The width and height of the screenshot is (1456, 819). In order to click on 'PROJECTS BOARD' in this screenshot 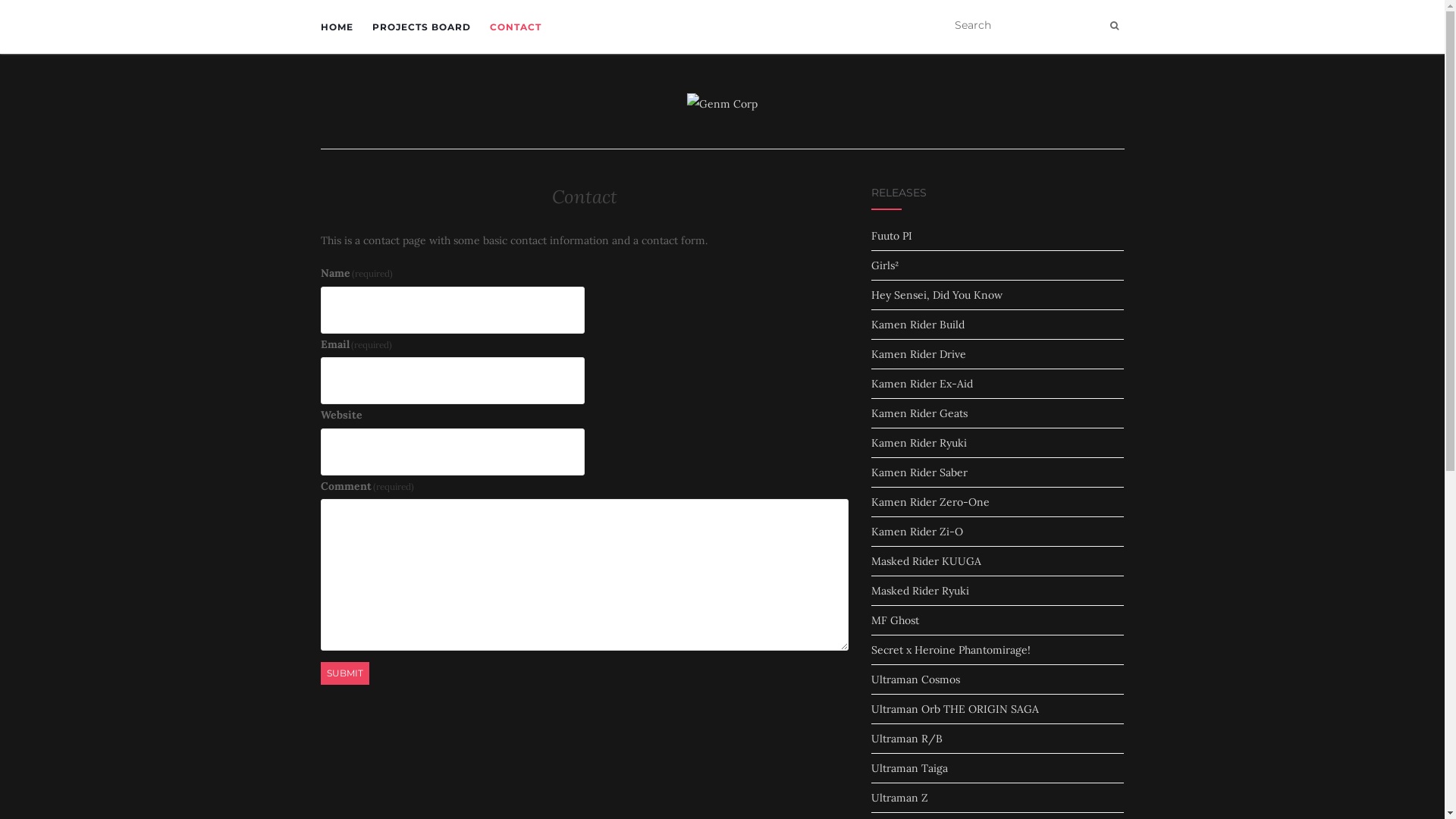, I will do `click(421, 27)`.